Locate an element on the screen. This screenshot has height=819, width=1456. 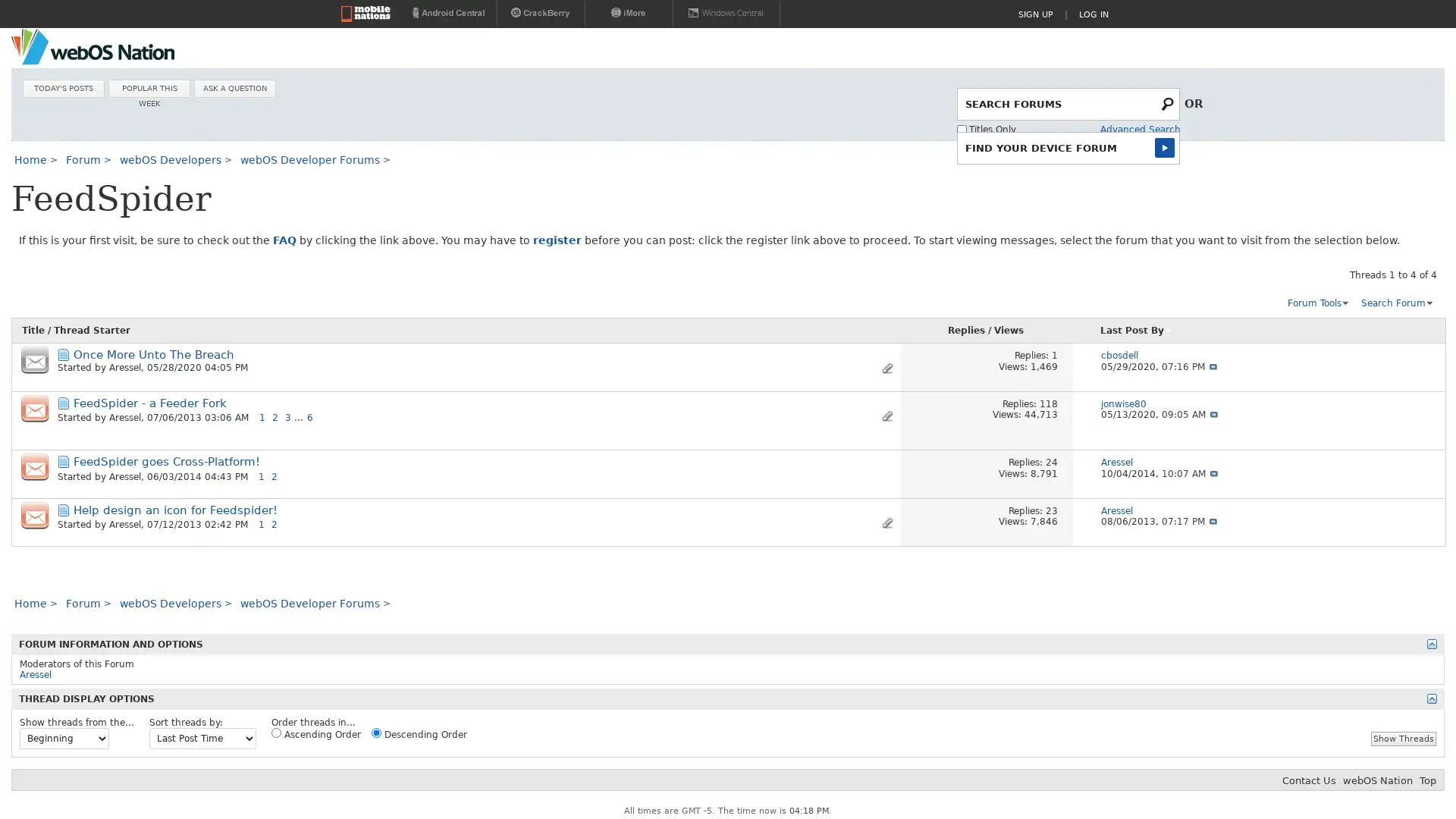
Submit is located at coordinates (1167, 146).